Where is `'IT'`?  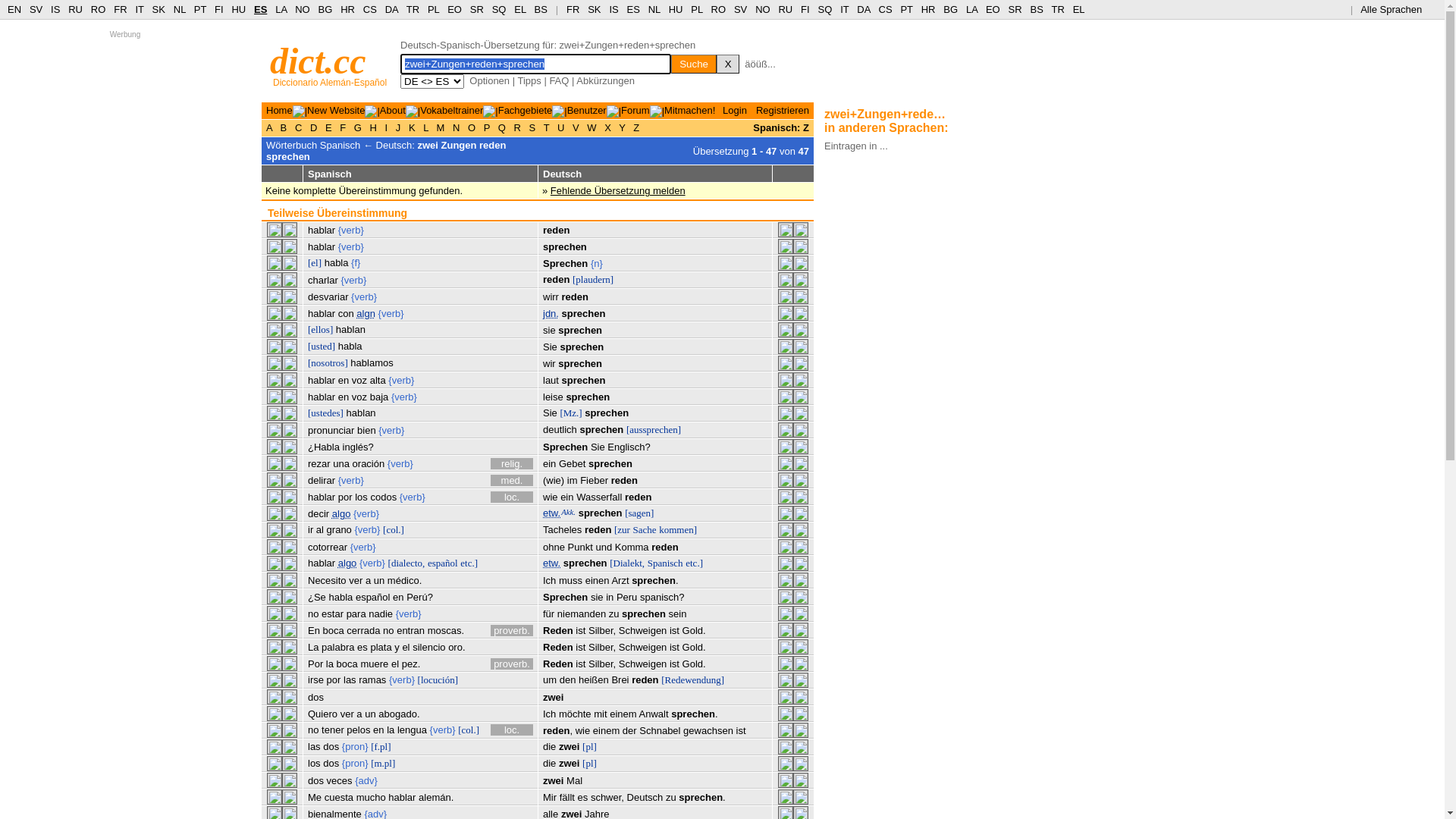 'IT' is located at coordinates (843, 9).